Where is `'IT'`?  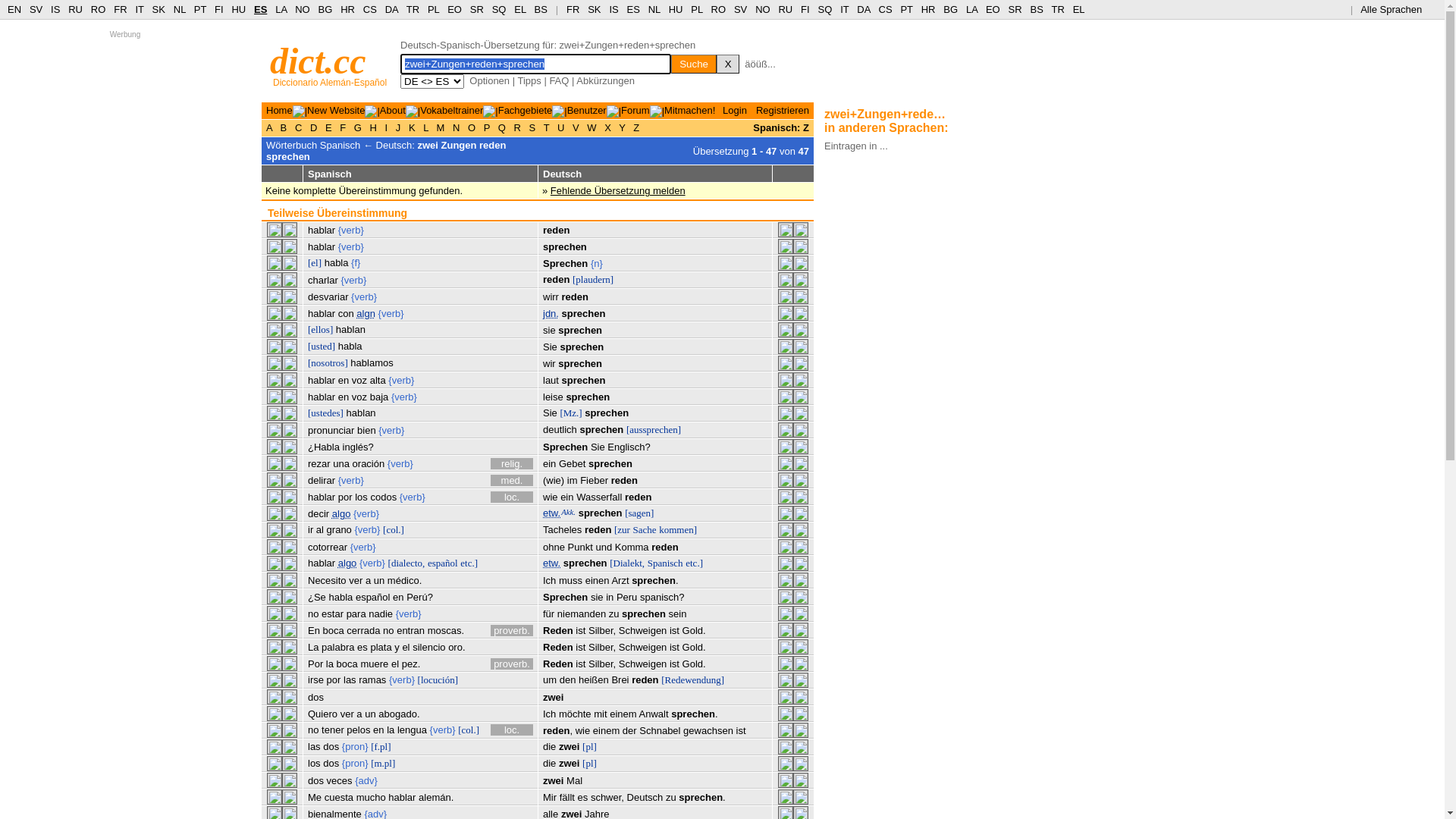 'IT' is located at coordinates (843, 9).